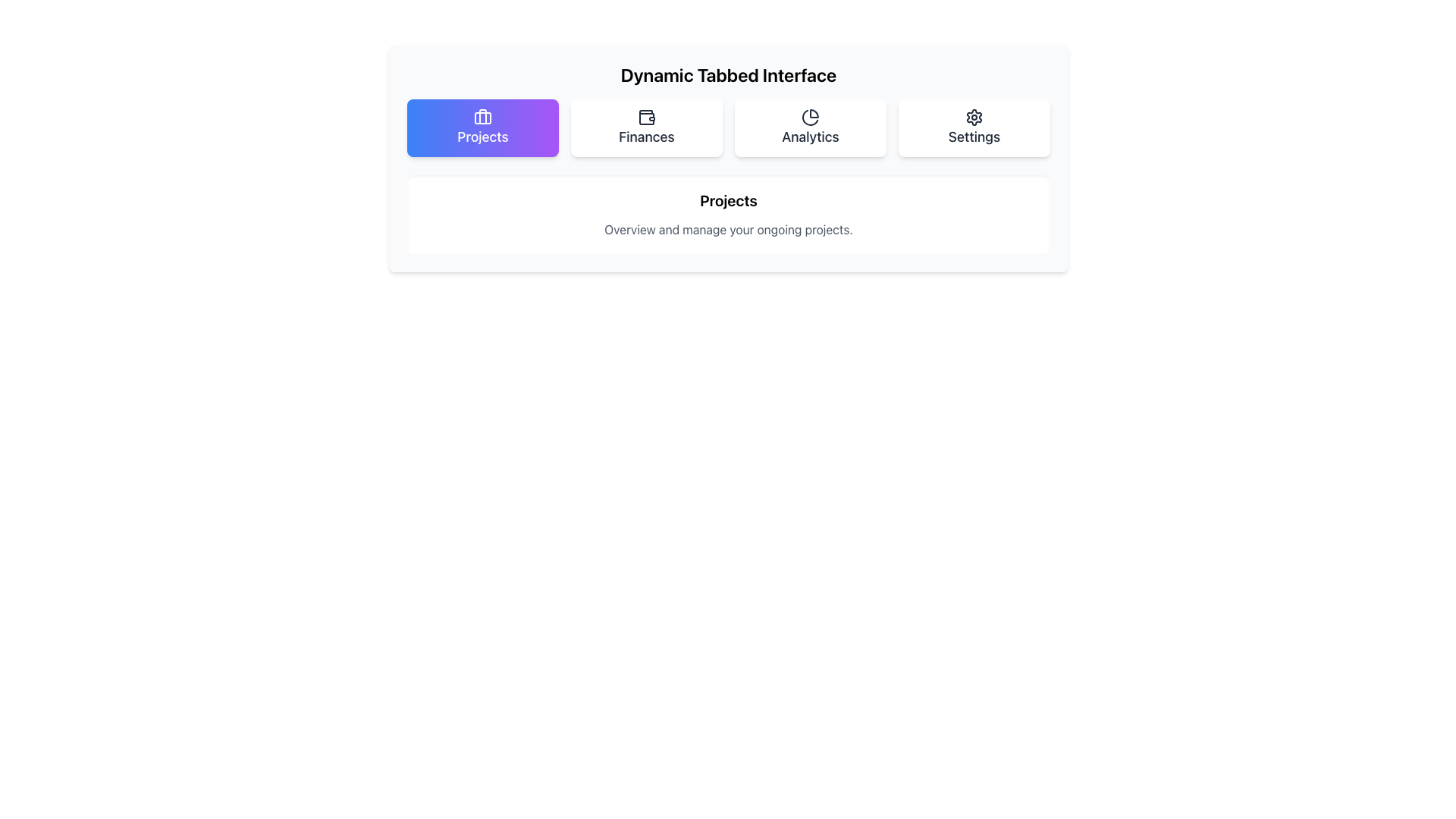 Image resolution: width=1456 pixels, height=819 pixels. I want to click on the pie chart segment of the 'Analytics' tab in the main horizontal navigation bar, so click(809, 117).